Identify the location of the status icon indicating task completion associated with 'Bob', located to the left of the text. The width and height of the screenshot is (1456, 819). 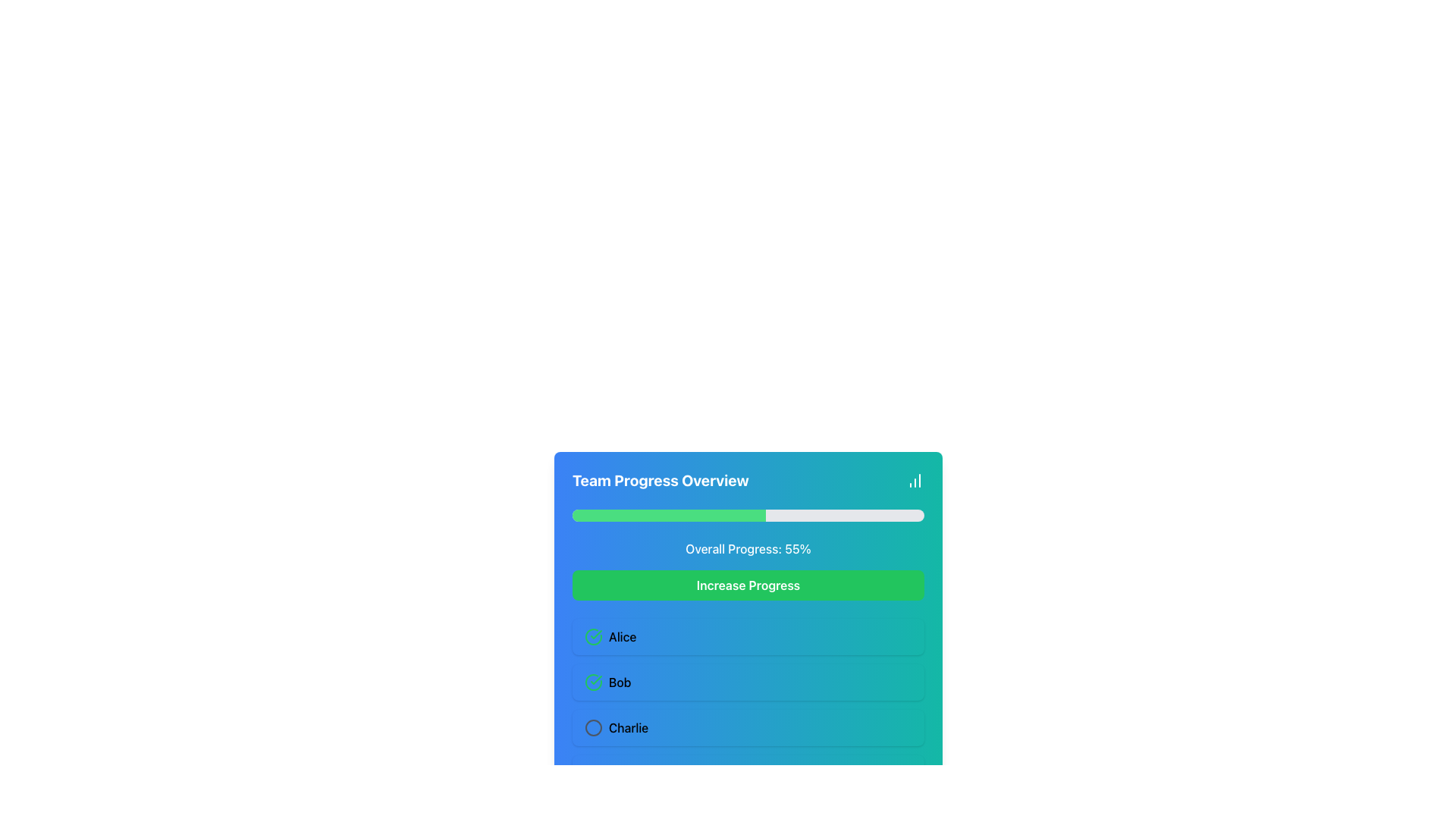
(592, 681).